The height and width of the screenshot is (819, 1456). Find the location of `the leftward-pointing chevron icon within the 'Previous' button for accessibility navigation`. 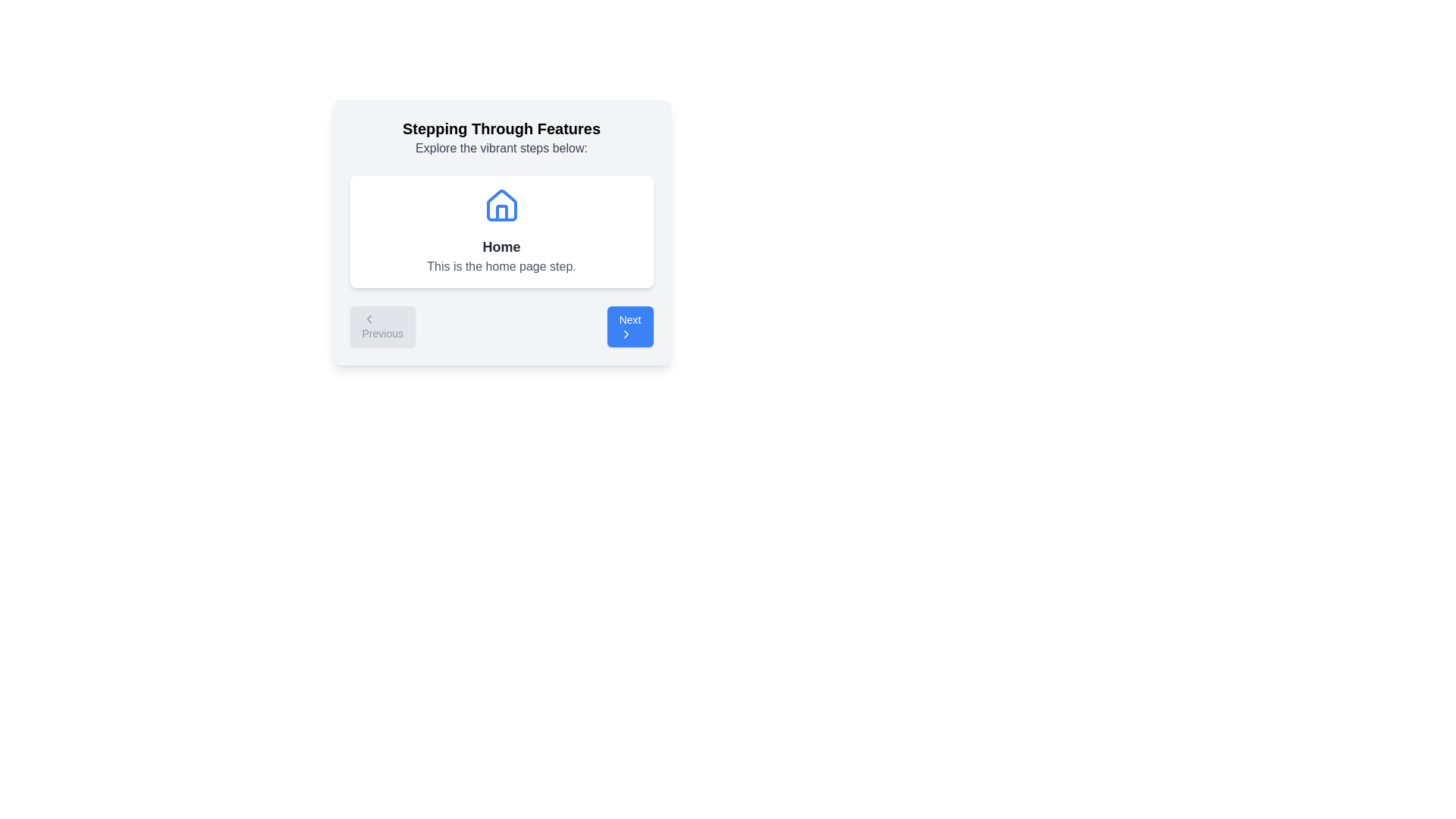

the leftward-pointing chevron icon within the 'Previous' button for accessibility navigation is located at coordinates (369, 318).